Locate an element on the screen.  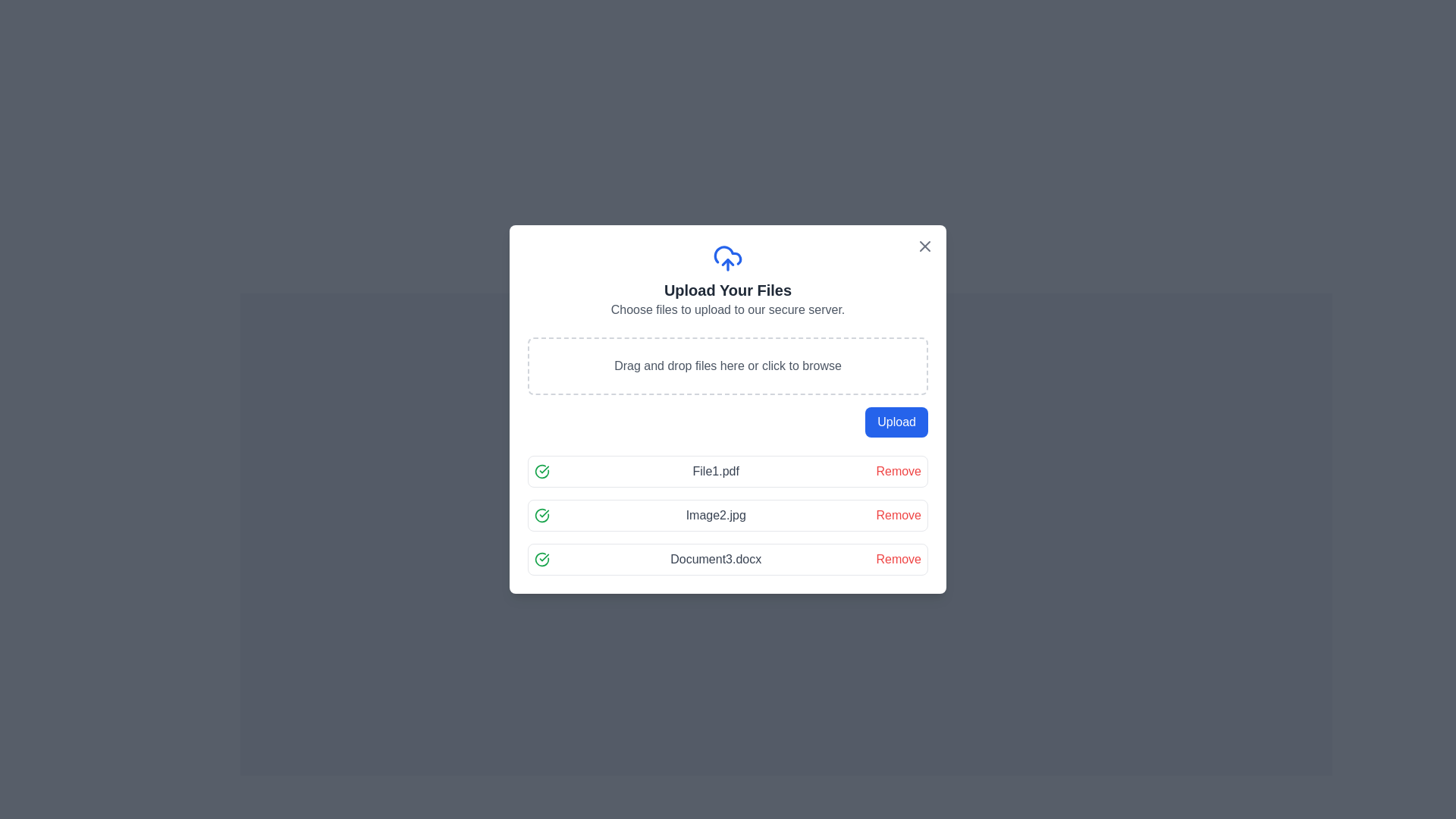
the text label displaying 'File1.pdf' to highlight it, which is located in the center area of the first file entry in the vertical list structure, positioned below the file upload heading is located at coordinates (715, 470).